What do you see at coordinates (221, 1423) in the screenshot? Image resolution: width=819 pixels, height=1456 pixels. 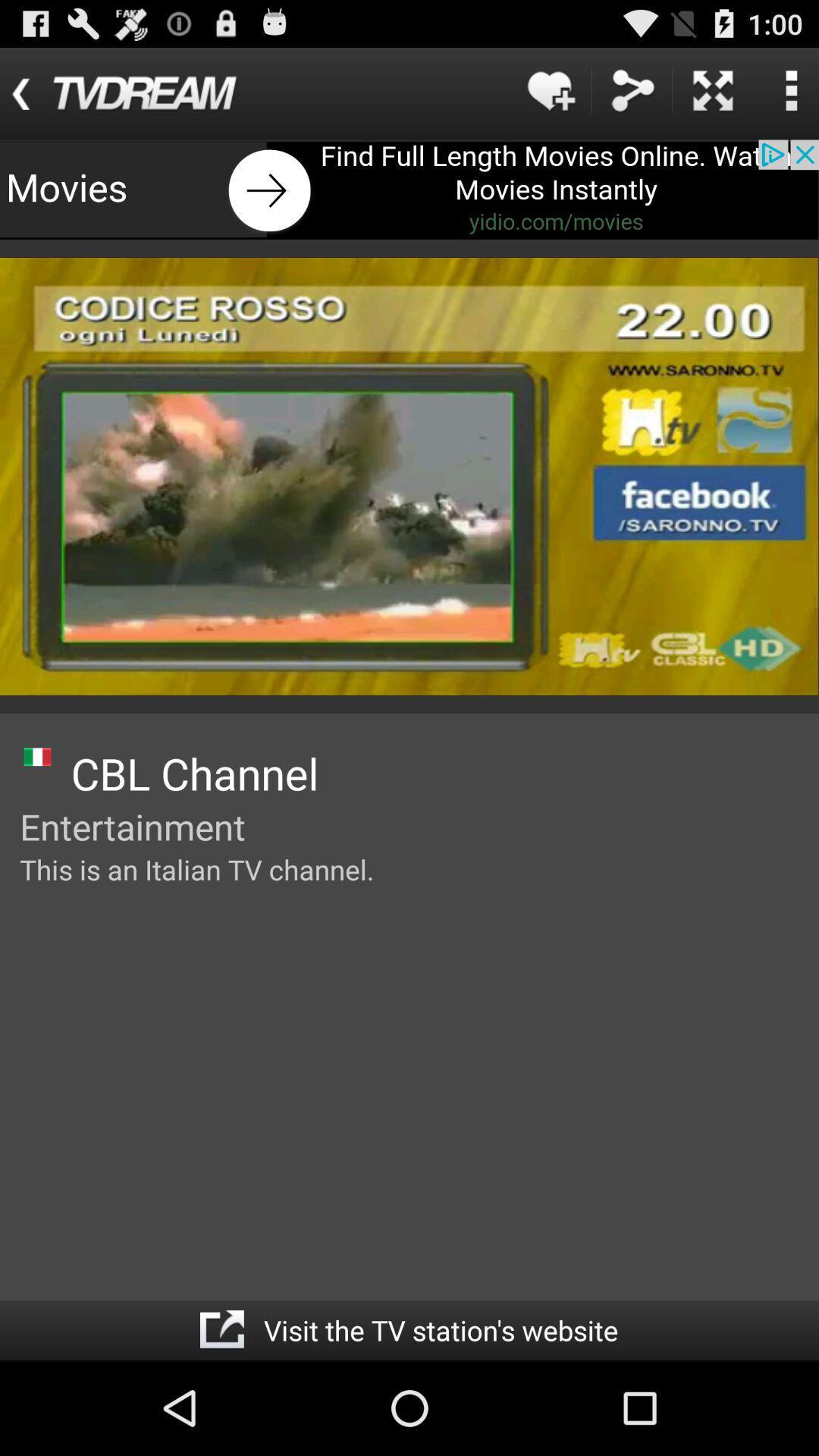 I see `the share icon` at bounding box center [221, 1423].